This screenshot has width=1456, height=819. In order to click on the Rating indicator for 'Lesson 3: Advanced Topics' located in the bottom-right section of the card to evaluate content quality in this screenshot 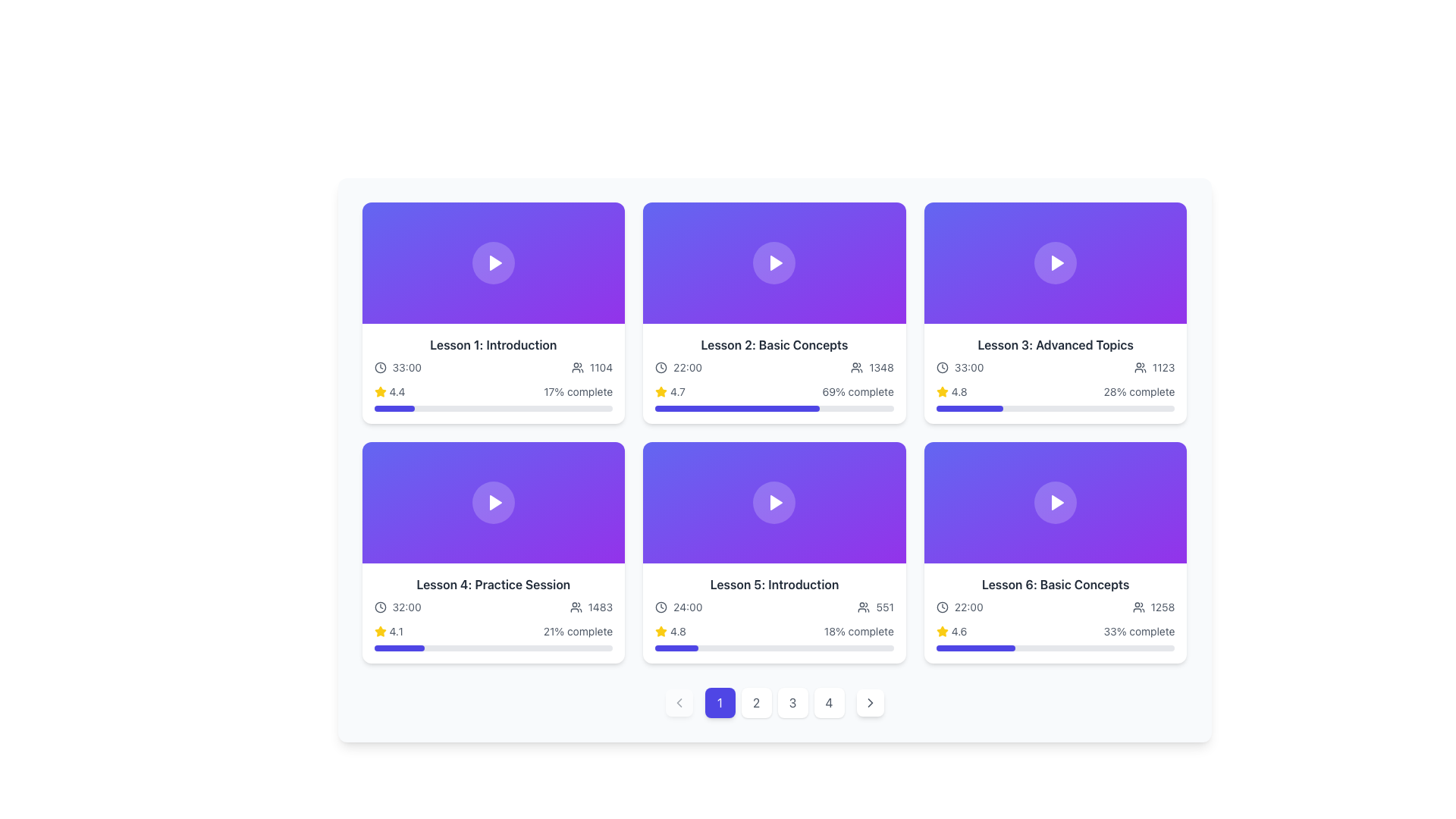, I will do `click(951, 391)`.